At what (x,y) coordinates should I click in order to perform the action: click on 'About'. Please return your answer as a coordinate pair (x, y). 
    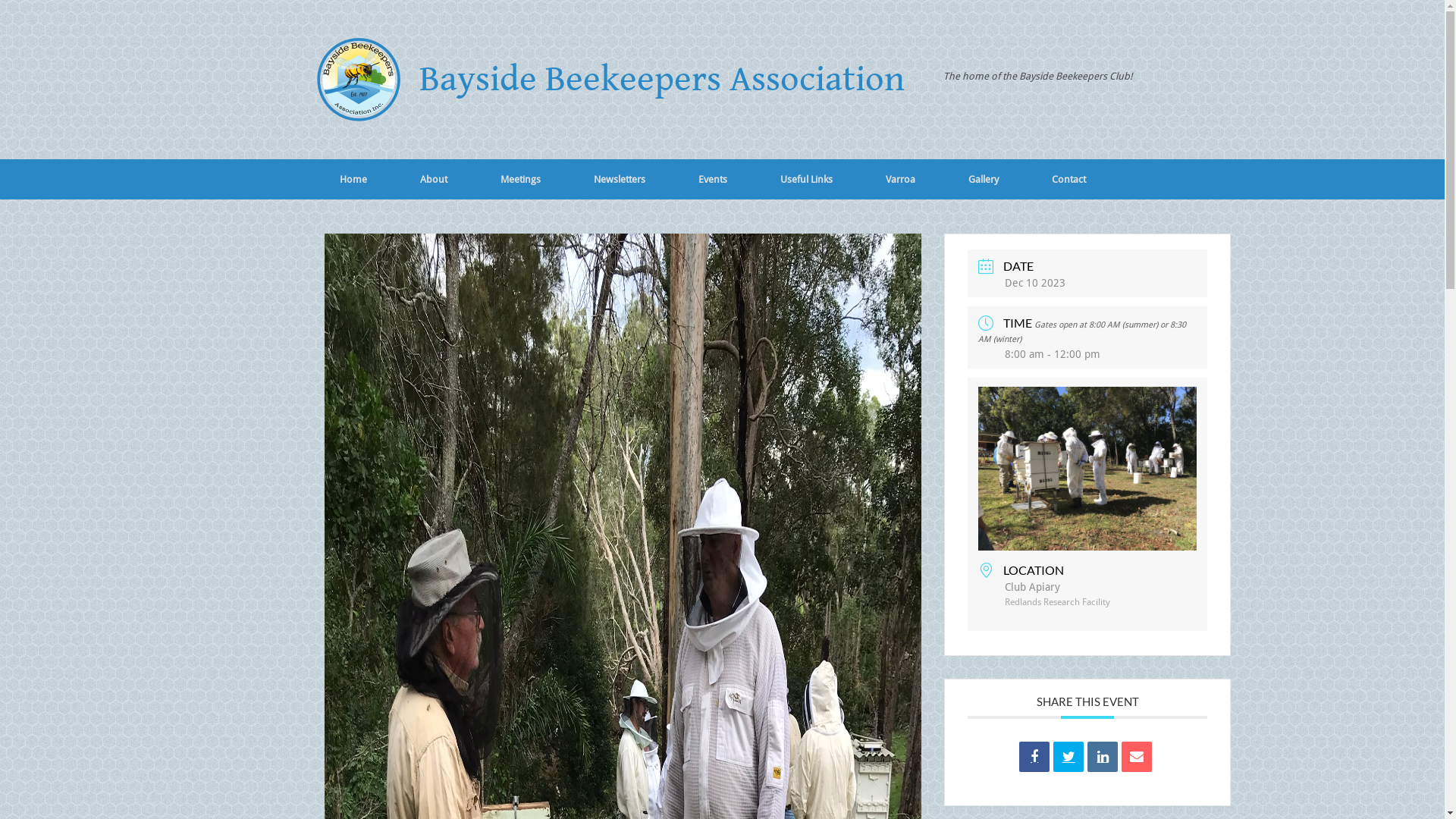
    Looking at the image, I should click on (432, 178).